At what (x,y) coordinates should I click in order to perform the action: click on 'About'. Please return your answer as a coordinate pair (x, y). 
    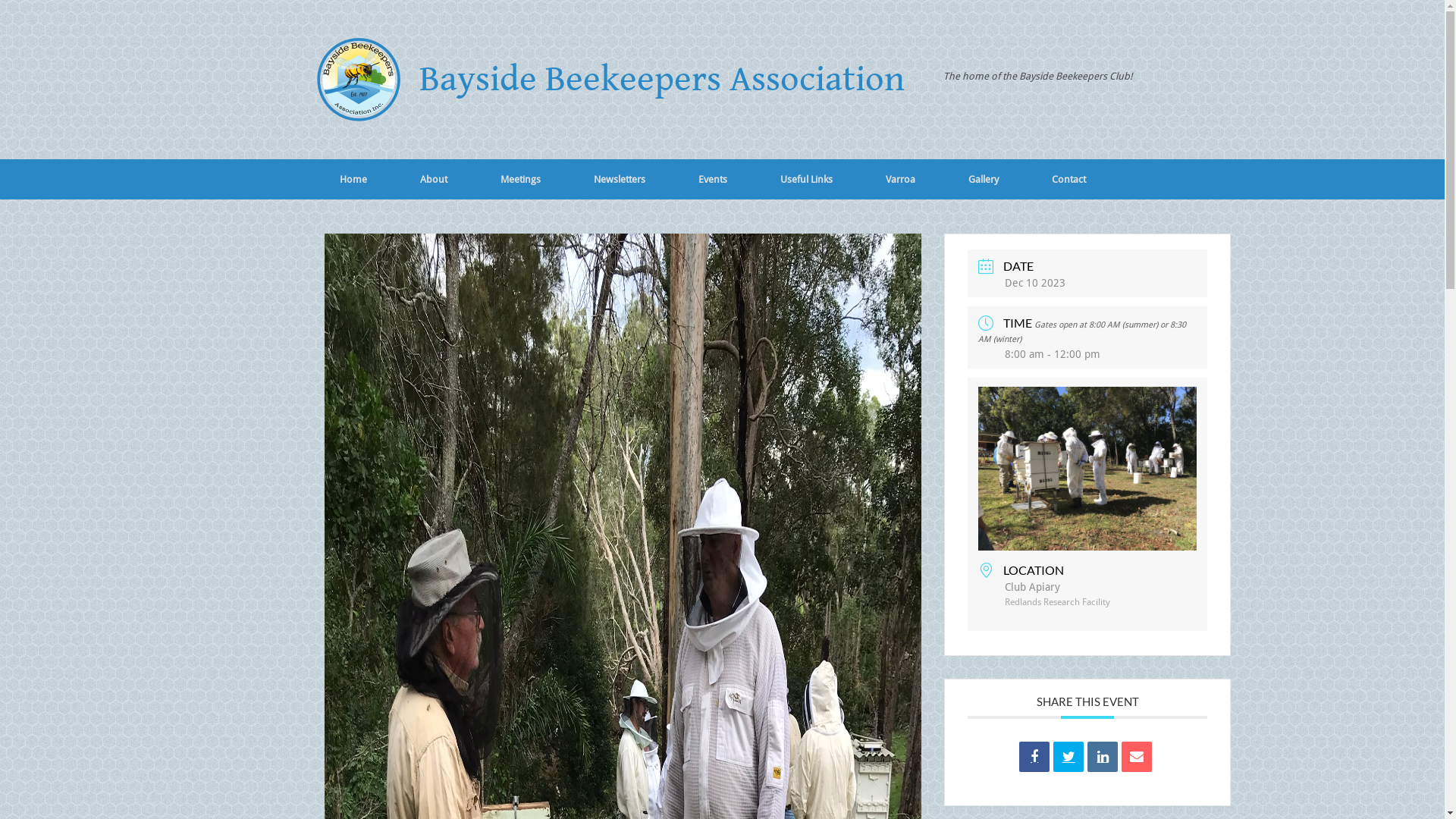
    Looking at the image, I should click on (432, 178).